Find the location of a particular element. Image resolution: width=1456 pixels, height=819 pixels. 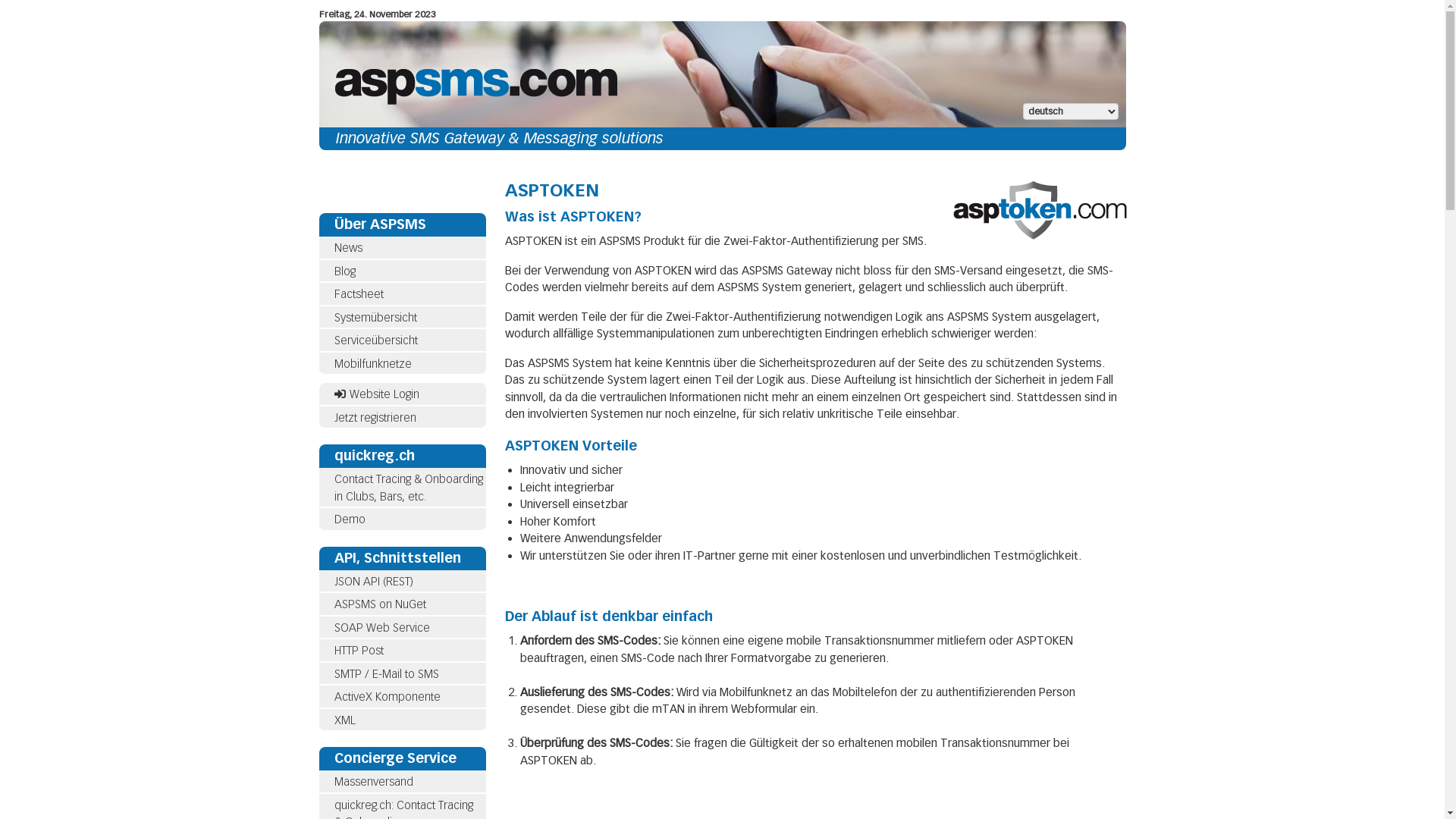

'Factsheet' is located at coordinates (401, 294).